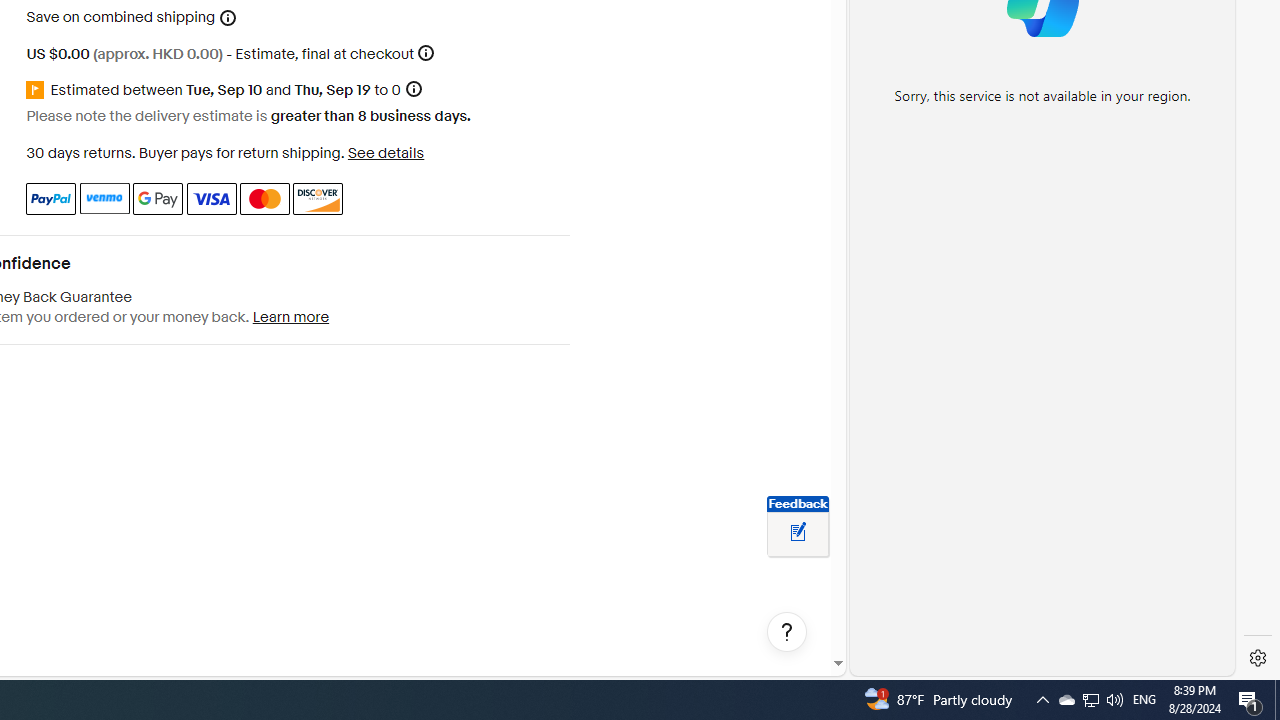 This screenshot has height=720, width=1280. What do you see at coordinates (103, 198) in the screenshot?
I see `'Venmo'` at bounding box center [103, 198].